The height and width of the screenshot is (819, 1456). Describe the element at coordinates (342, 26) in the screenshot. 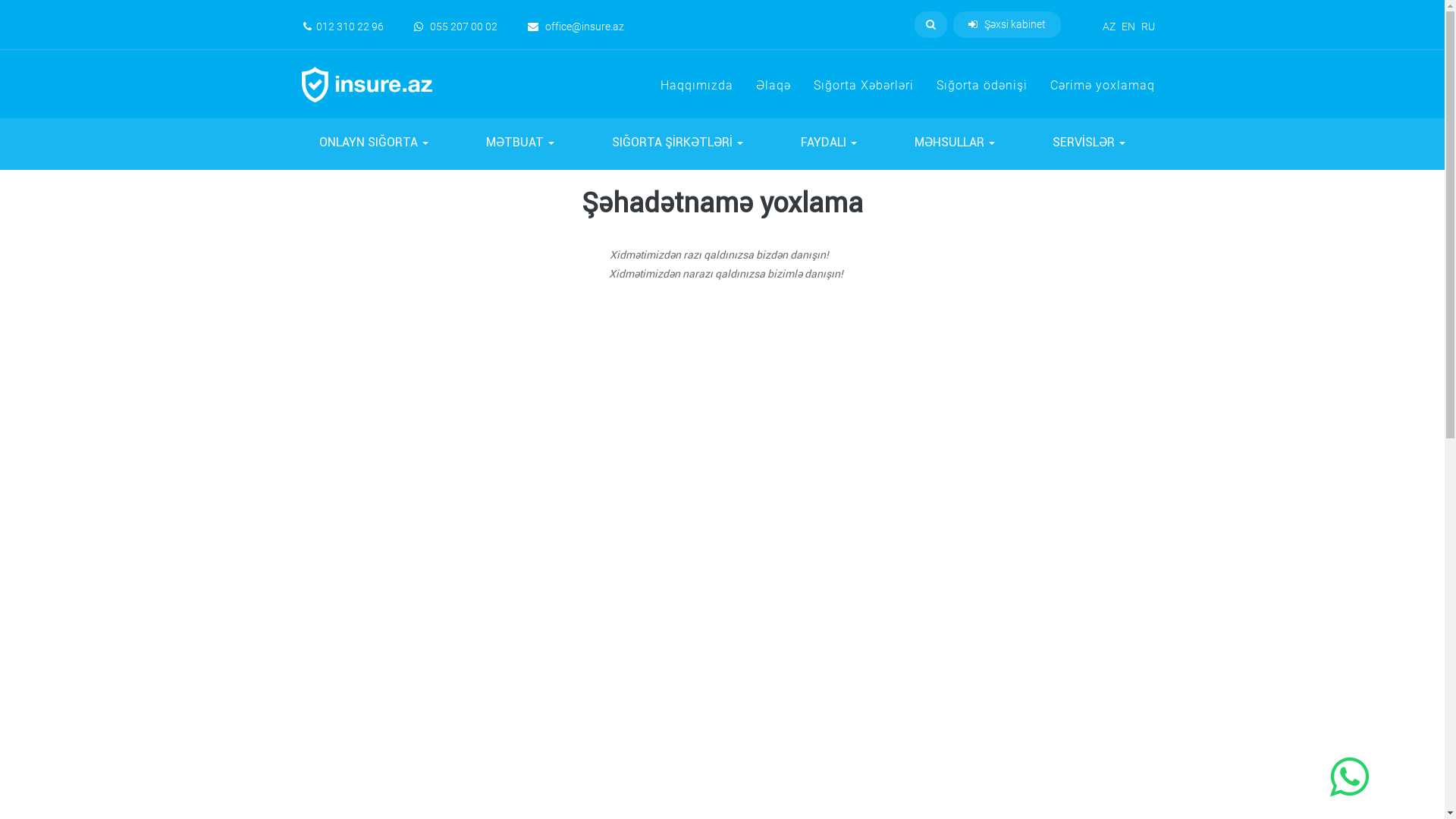

I see `'012 310 22 96'` at that location.